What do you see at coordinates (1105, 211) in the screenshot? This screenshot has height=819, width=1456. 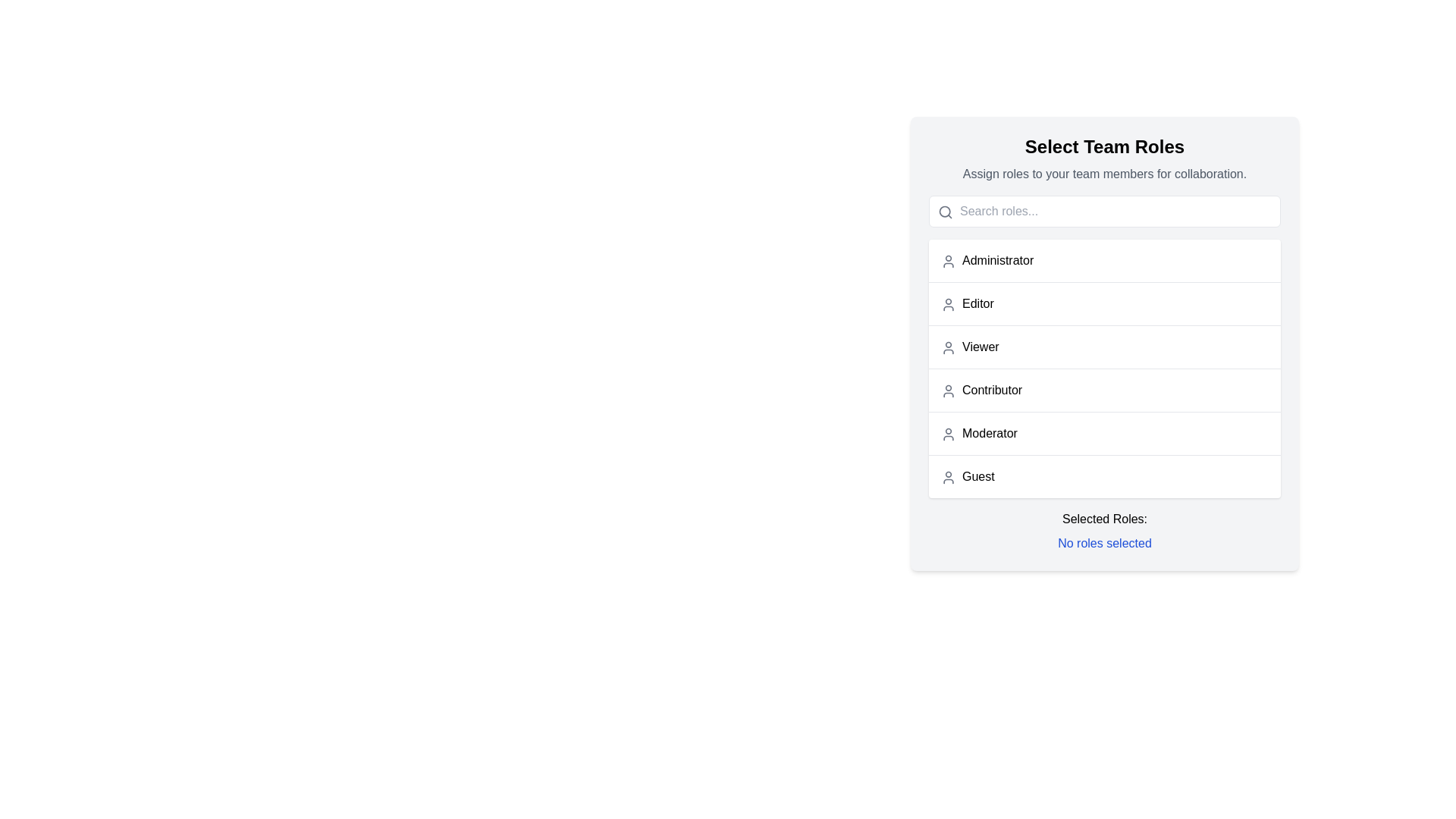 I see `the search input field with placeholder 'Search roles...' located in the 'Select Team Roles' panel to focus it` at bounding box center [1105, 211].